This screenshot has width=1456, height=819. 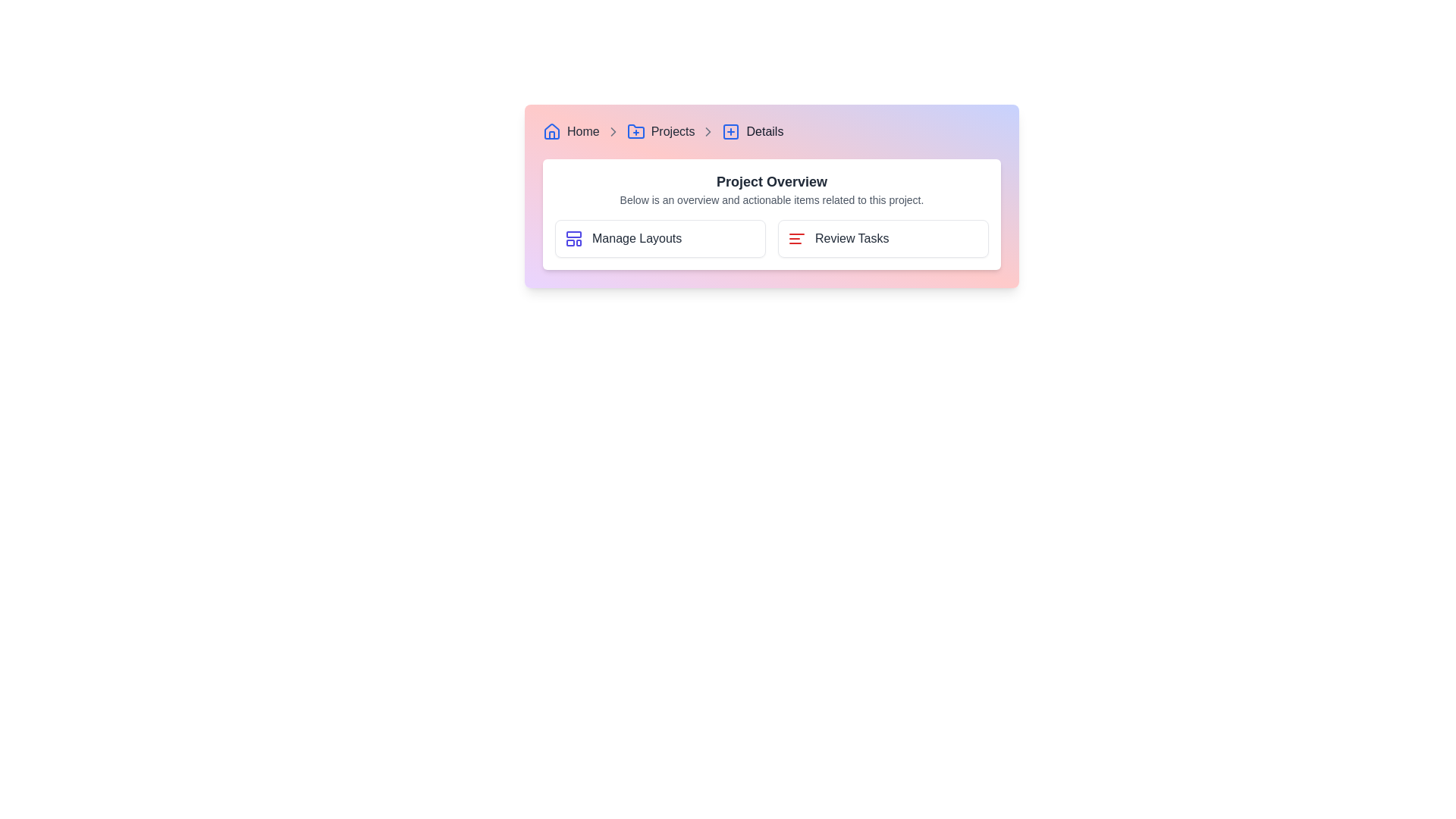 I want to click on keyboard navigation, so click(x=883, y=239).